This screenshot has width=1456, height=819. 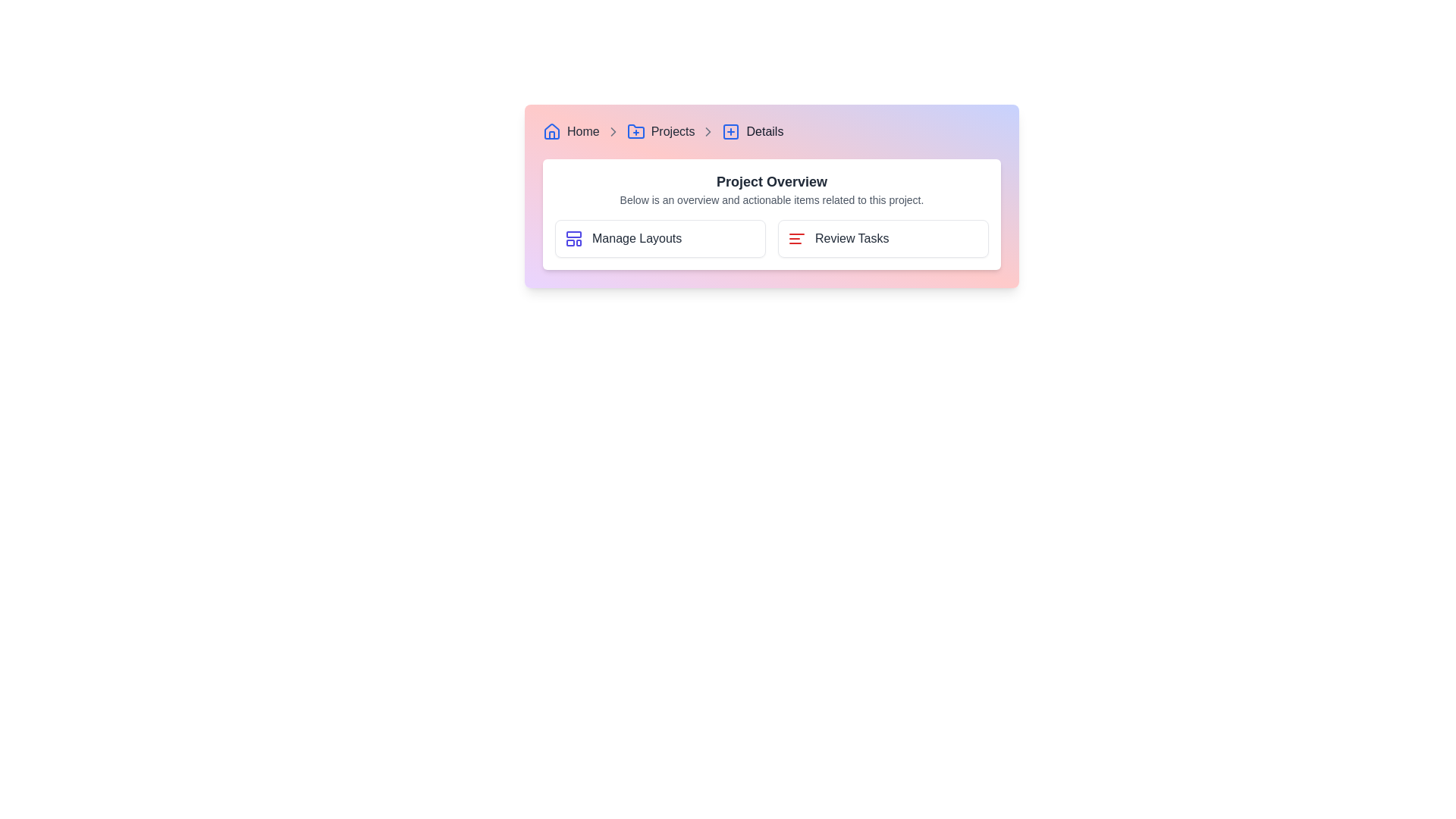 I want to click on keyboard navigation, so click(x=883, y=239).